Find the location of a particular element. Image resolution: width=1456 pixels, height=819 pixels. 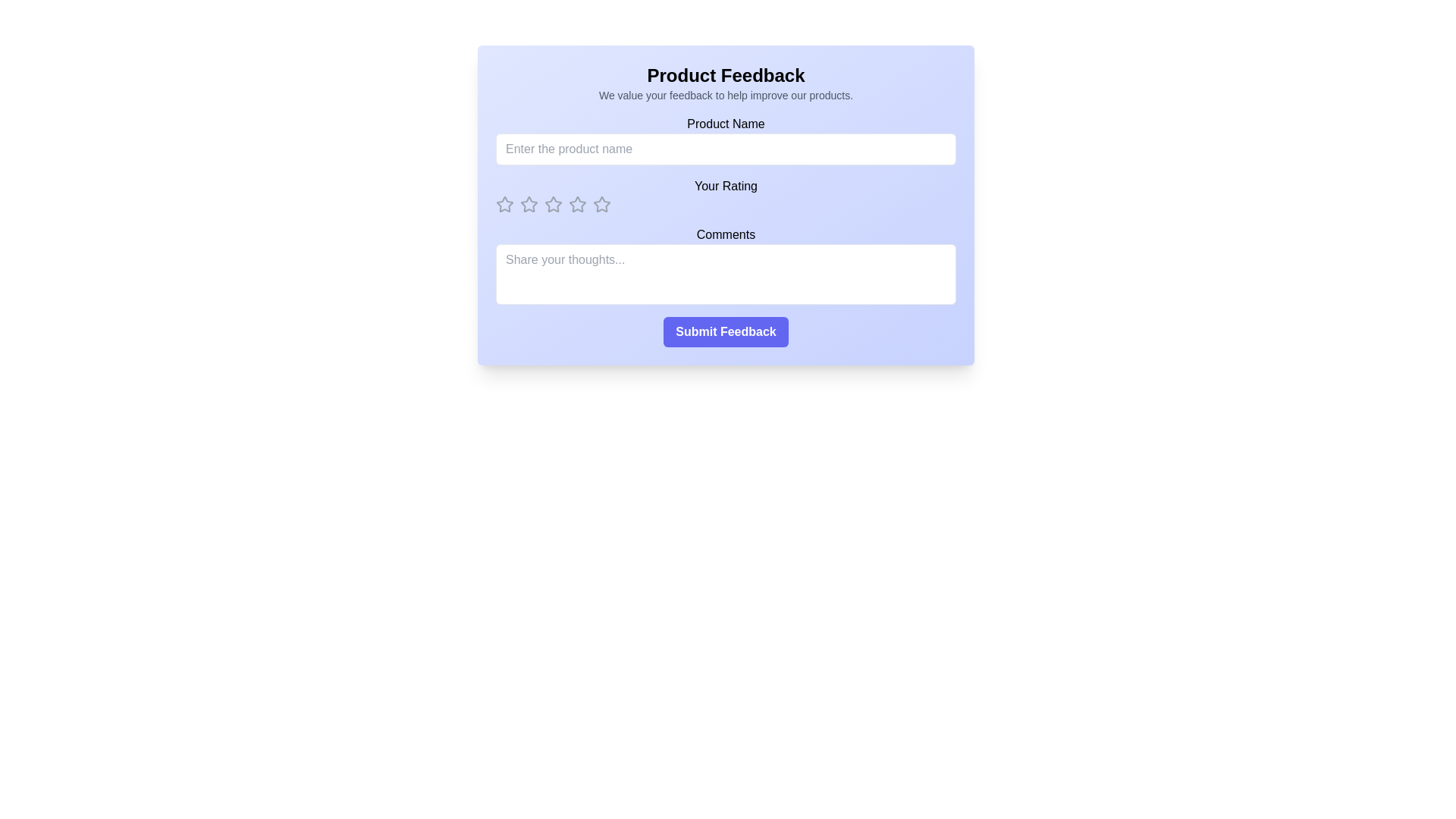

the third star icon in the row of five under the 'Your Rating' label is located at coordinates (529, 205).